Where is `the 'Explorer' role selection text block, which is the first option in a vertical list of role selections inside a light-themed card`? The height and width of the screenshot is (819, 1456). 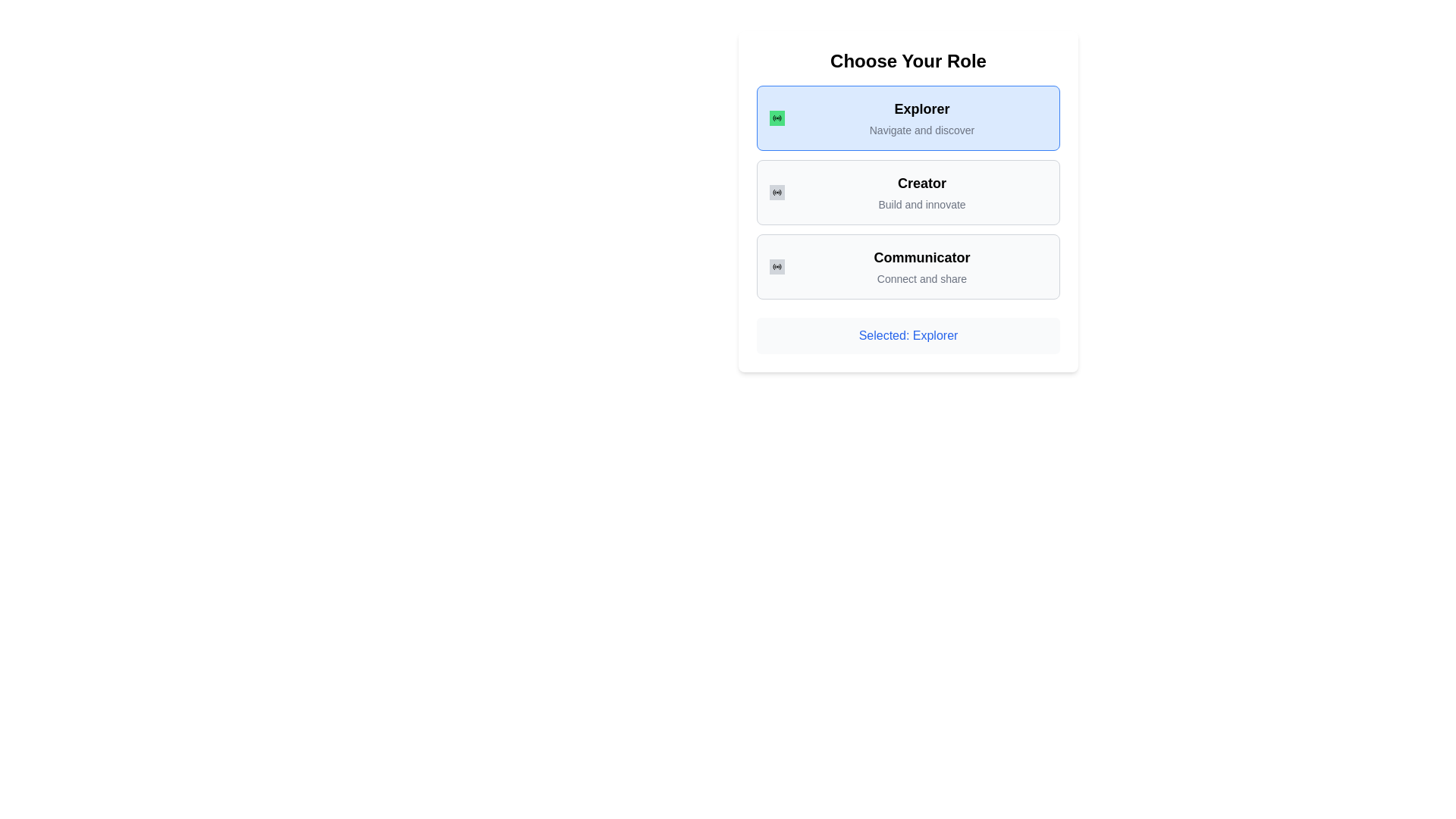 the 'Explorer' role selection text block, which is the first option in a vertical list of role selections inside a light-themed card is located at coordinates (921, 117).